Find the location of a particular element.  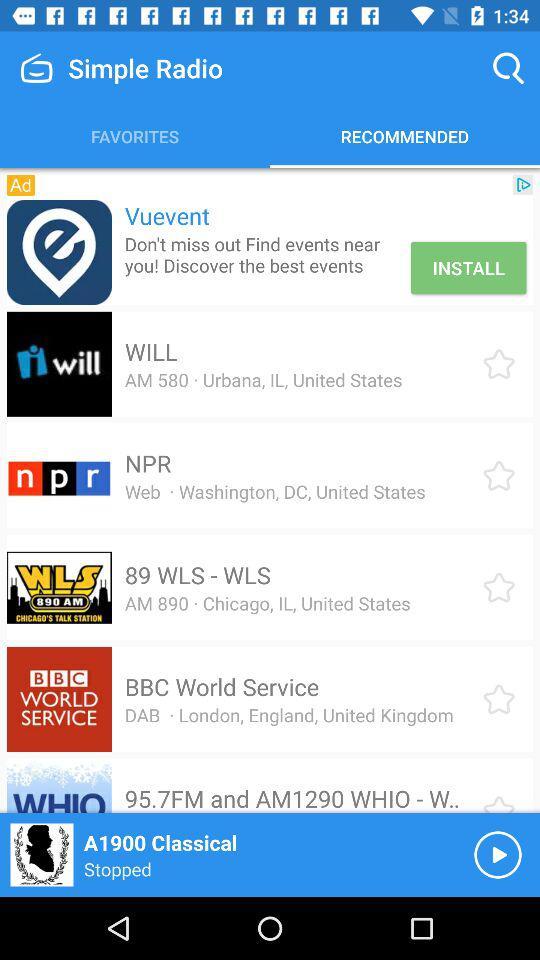

item above recommended icon is located at coordinates (508, 68).